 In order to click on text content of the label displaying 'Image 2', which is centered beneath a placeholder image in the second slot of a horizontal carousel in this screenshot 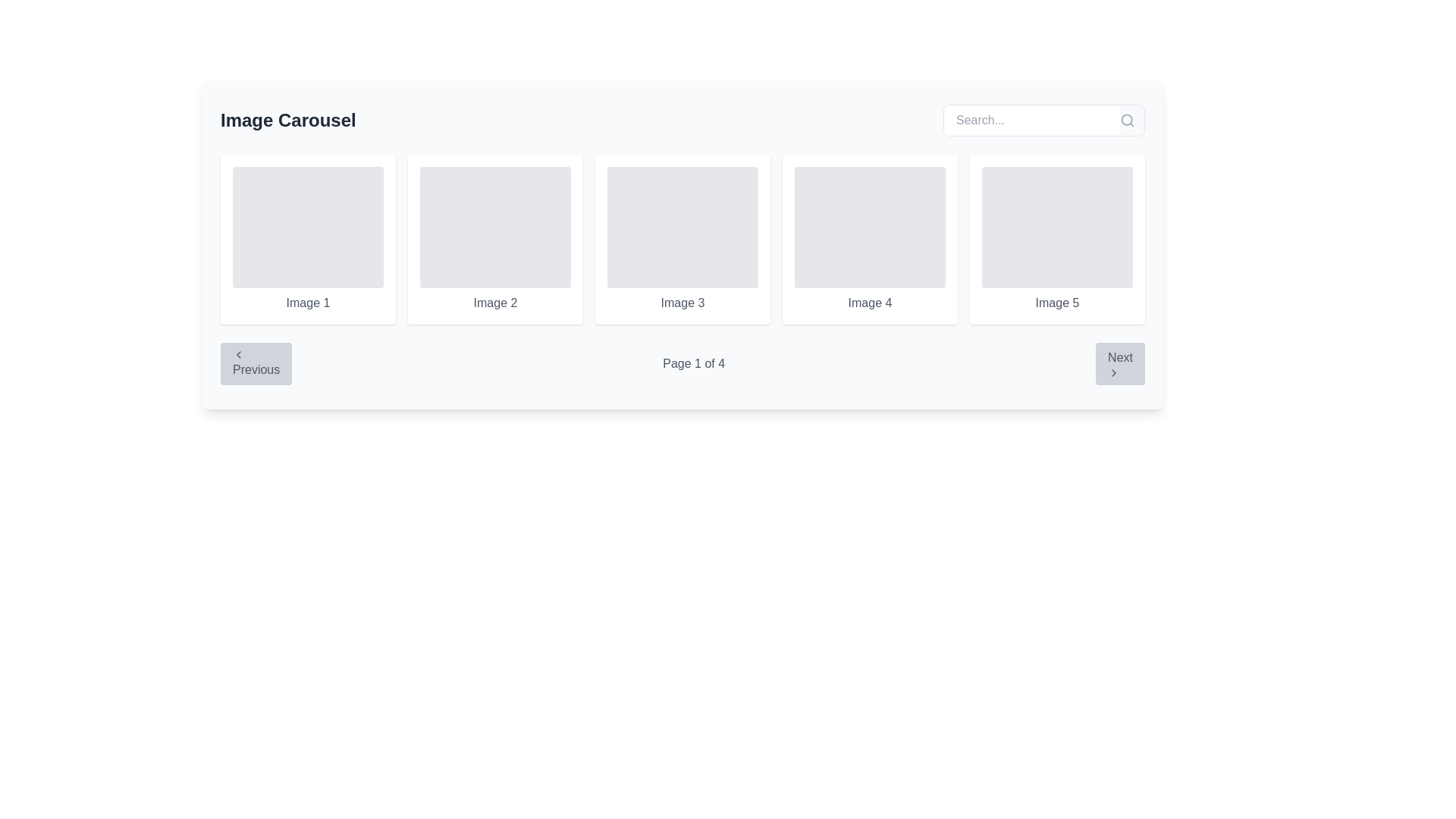, I will do `click(495, 303)`.